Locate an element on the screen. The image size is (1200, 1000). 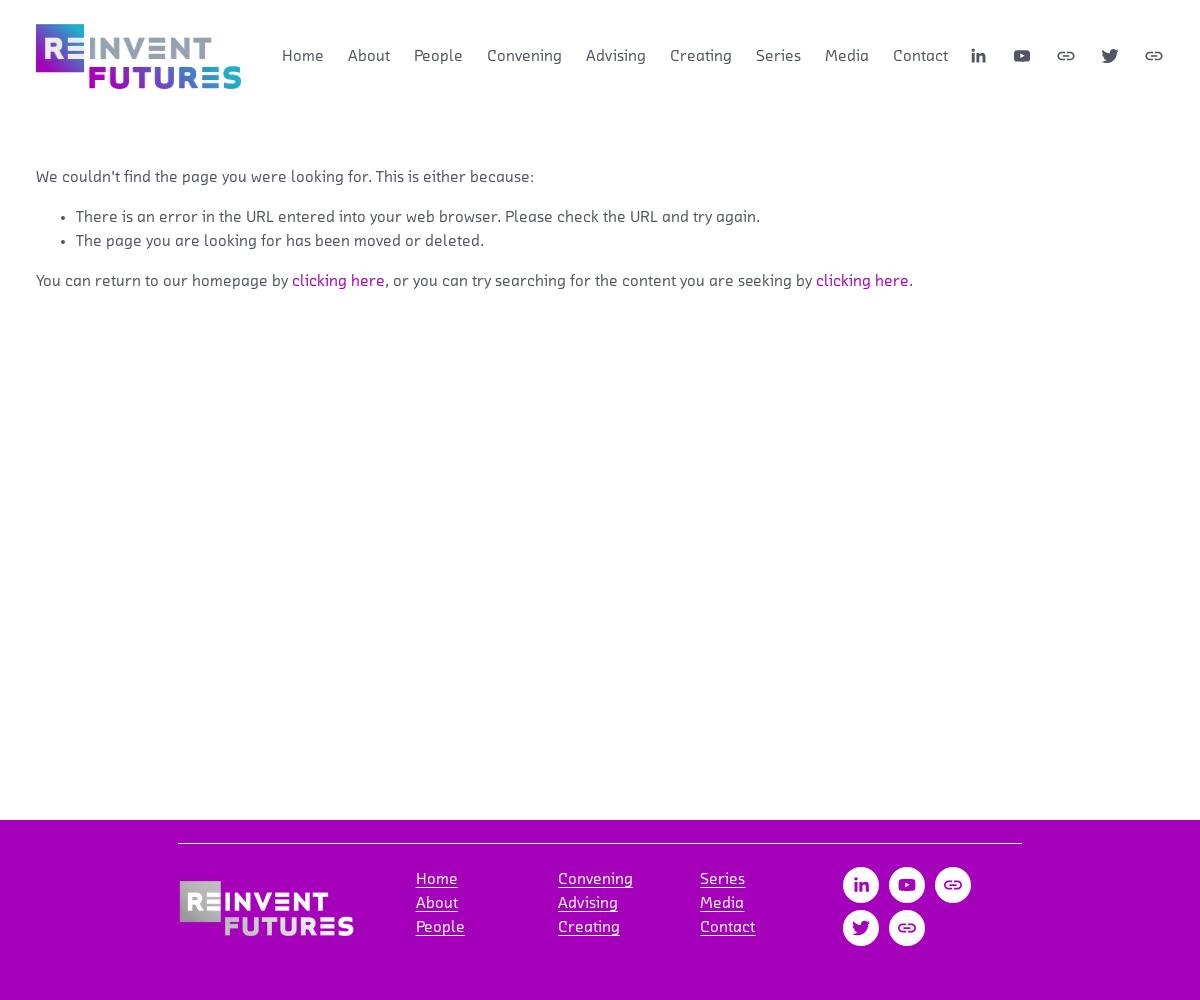
'There is an error in the URL entered into your web browser. Please check the URL and try again.' is located at coordinates (417, 215).